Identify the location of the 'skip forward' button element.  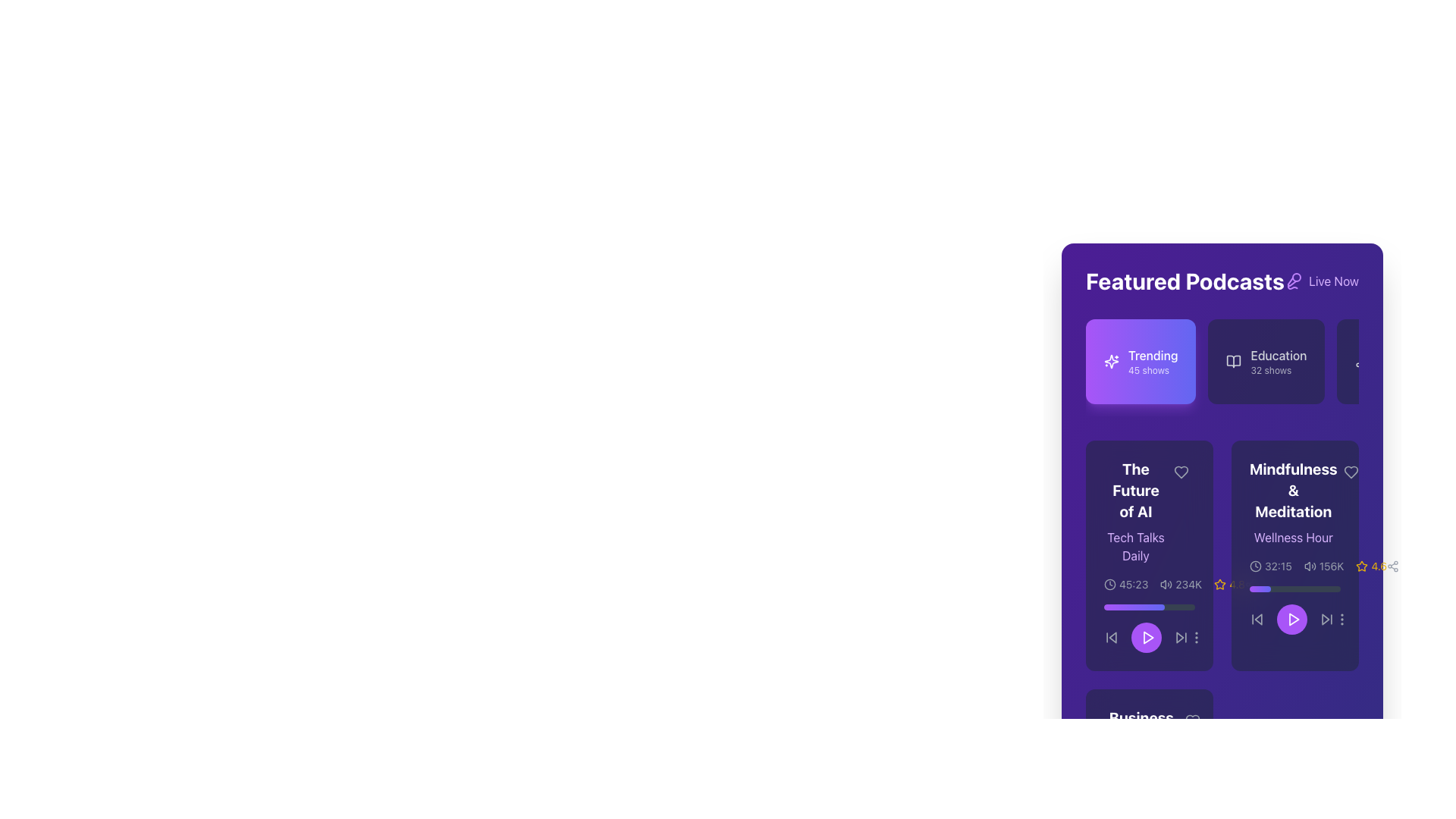
(1325, 620).